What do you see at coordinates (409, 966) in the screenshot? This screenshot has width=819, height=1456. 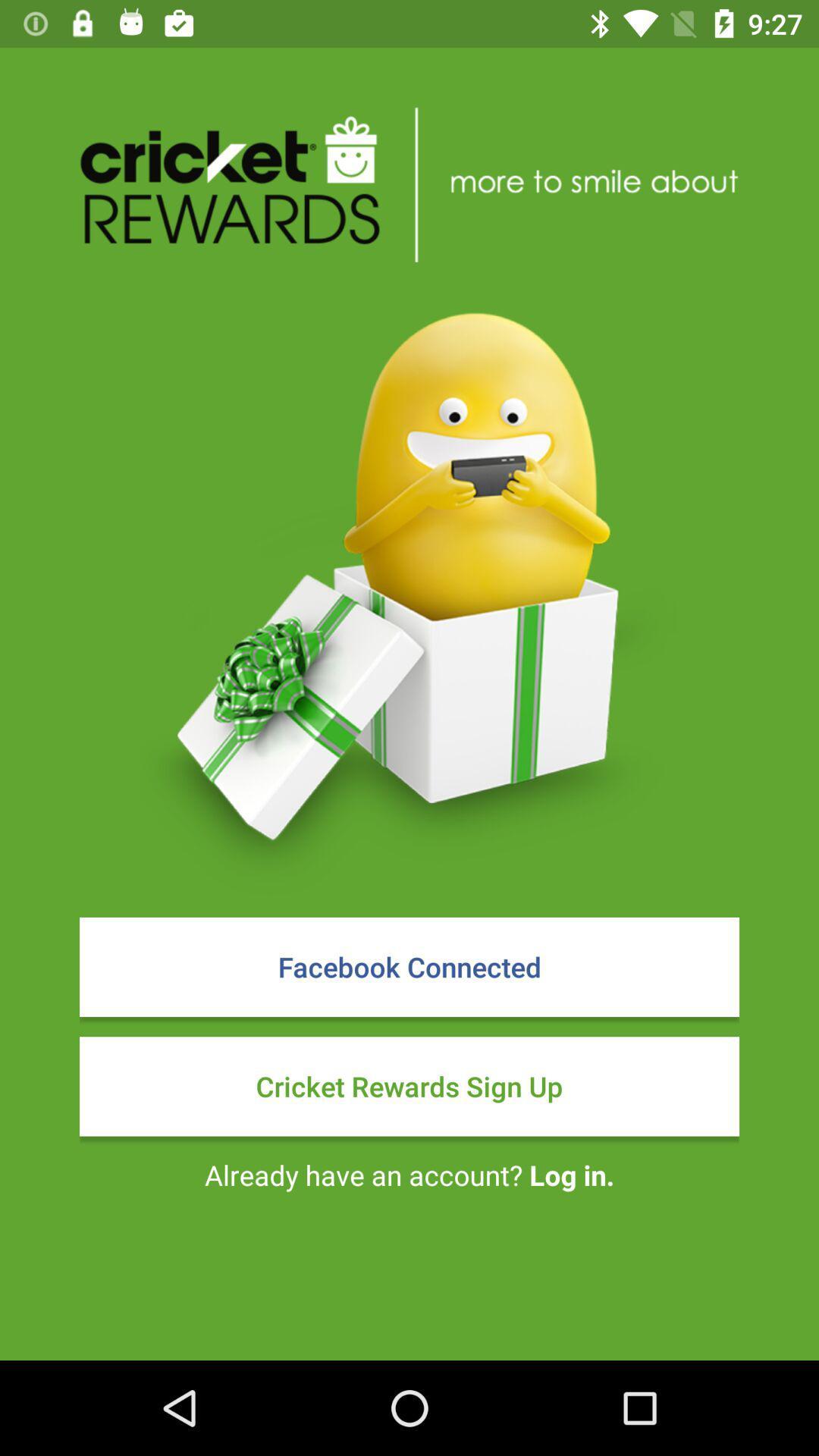 I see `item above the cricket rewards sign icon` at bounding box center [409, 966].